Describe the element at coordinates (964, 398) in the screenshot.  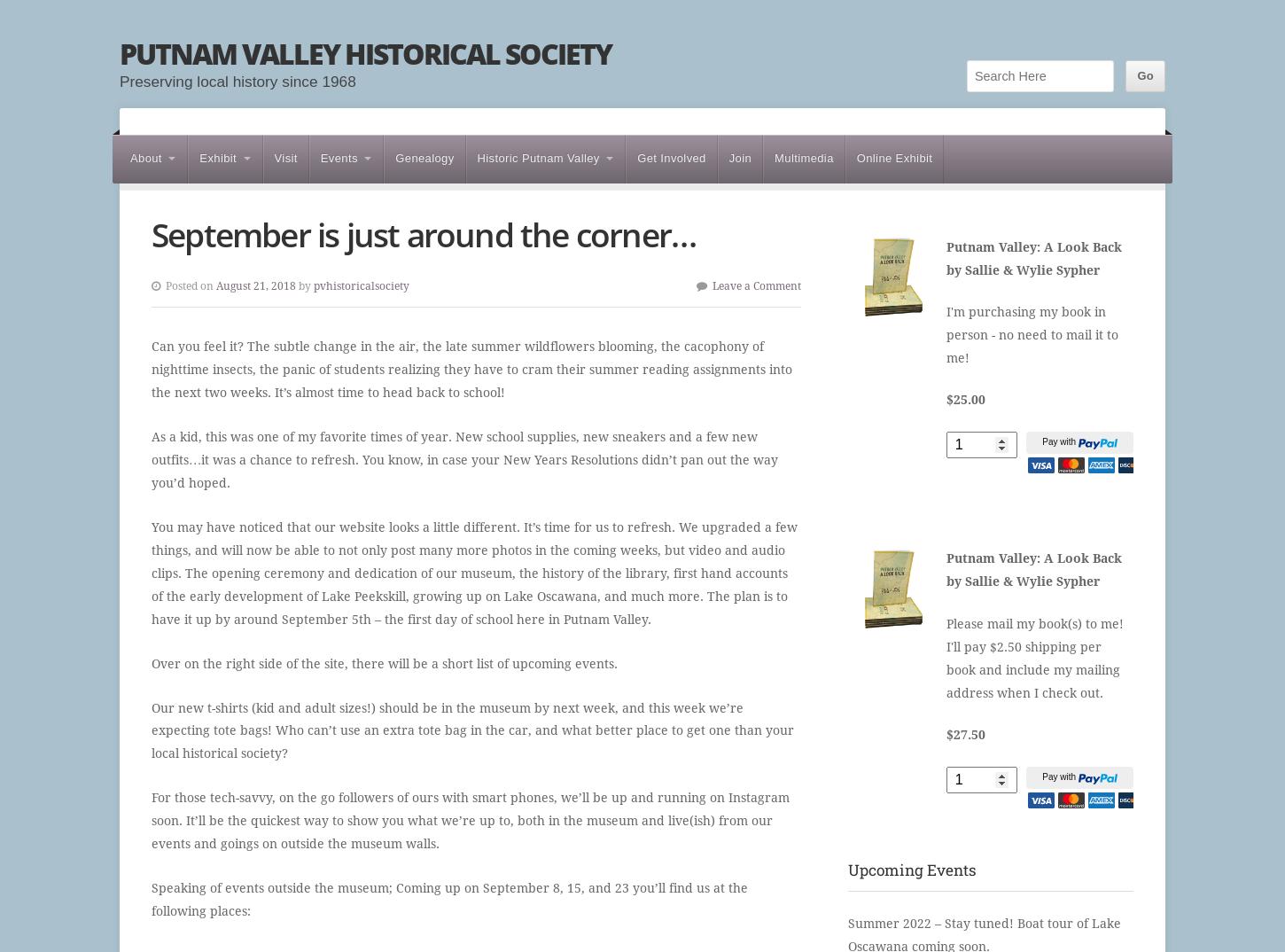
I see `'$25.00'` at that location.